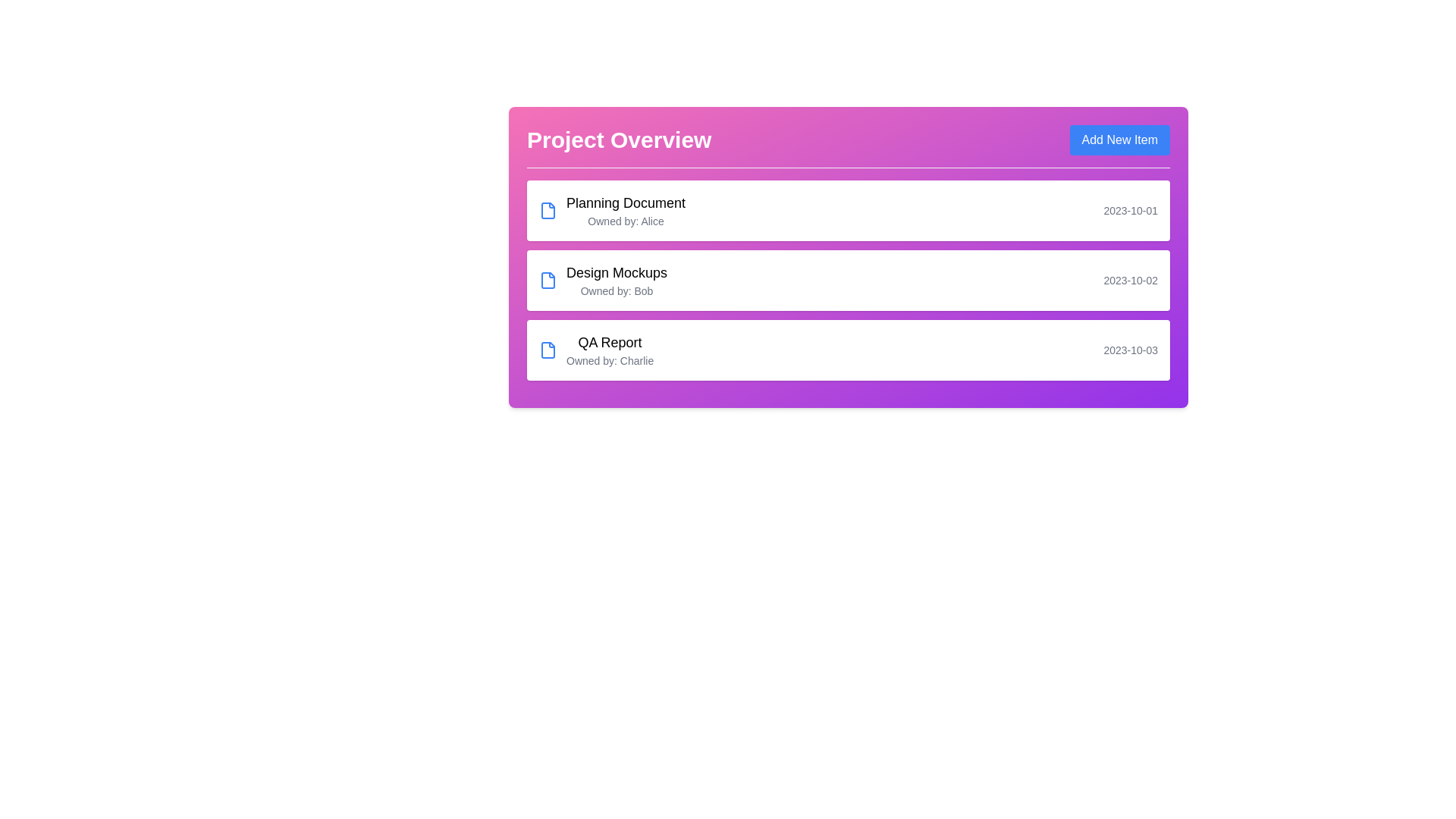 This screenshot has width=1456, height=819. What do you see at coordinates (548, 210) in the screenshot?
I see `the icon located to the left of the text label 'Planning Document Owned by: Alice' in the first row of the 'Project Overview' section` at bounding box center [548, 210].